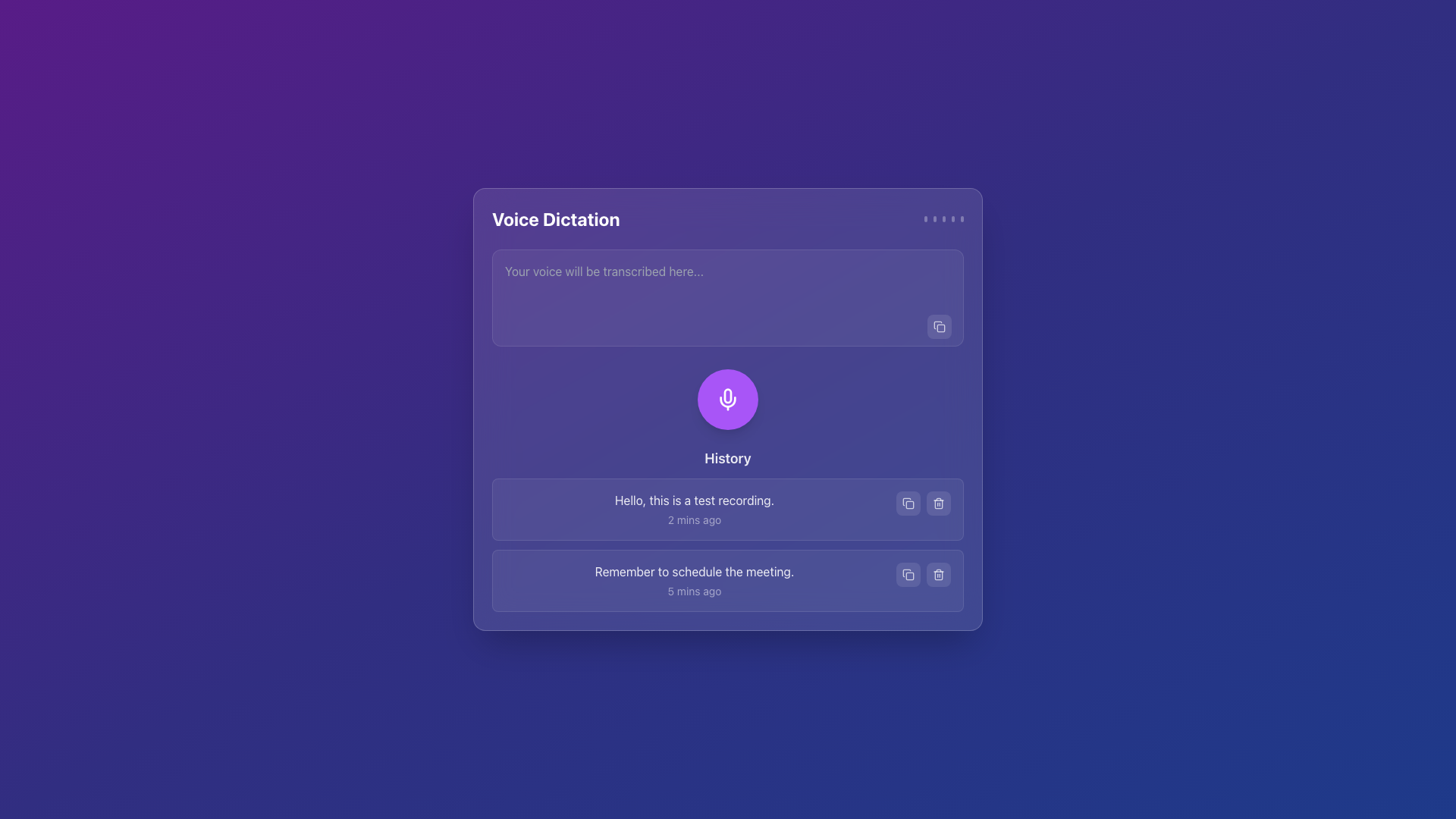  I want to click on the informational text block located in the History section, specifically the second entry which provides a historical record of actions or notifications, so click(694, 580).